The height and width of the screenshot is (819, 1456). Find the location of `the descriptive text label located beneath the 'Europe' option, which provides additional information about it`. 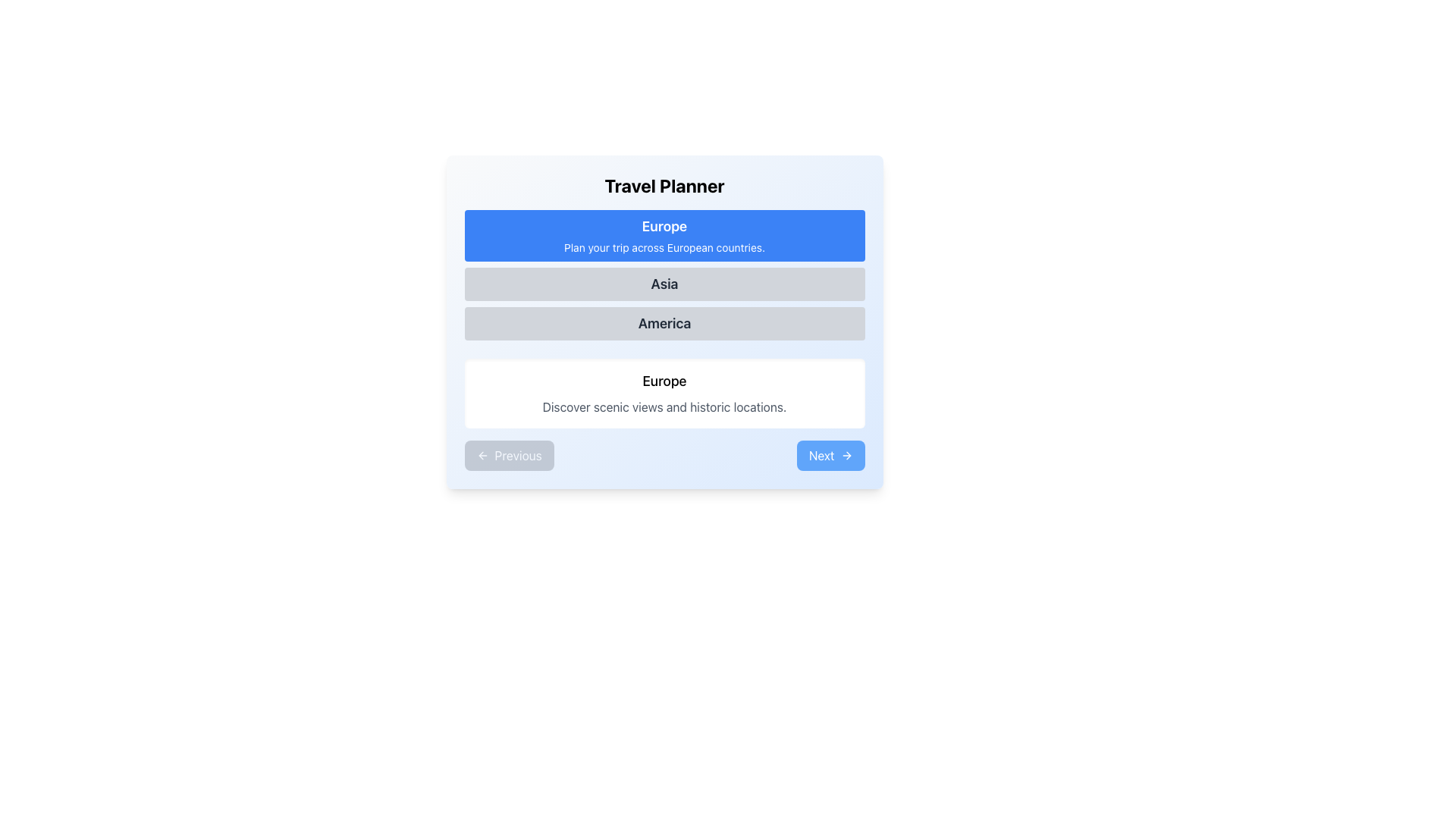

the descriptive text label located beneath the 'Europe' option, which provides additional information about it is located at coordinates (664, 247).